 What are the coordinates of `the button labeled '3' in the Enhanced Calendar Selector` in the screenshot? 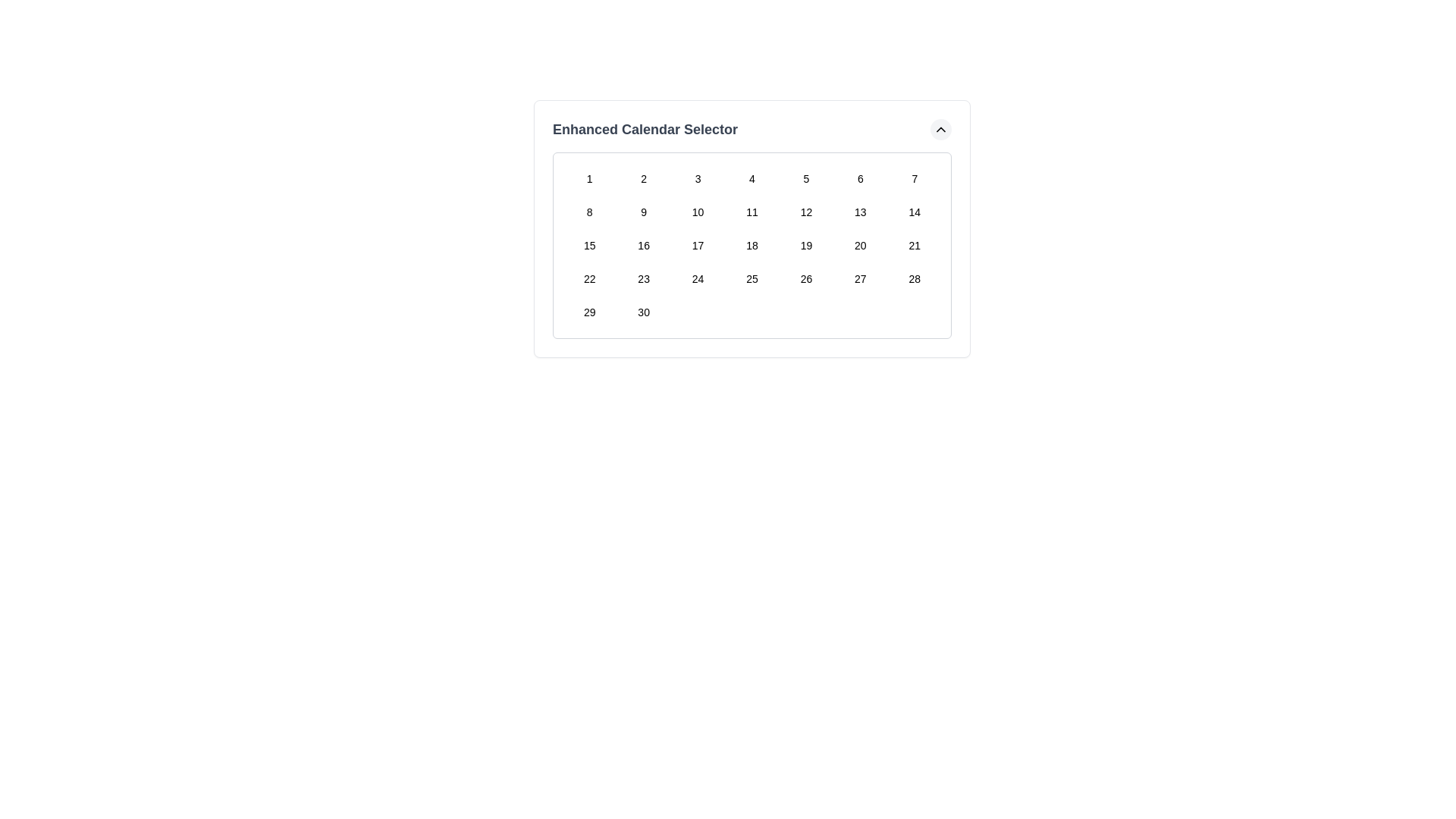 It's located at (697, 177).